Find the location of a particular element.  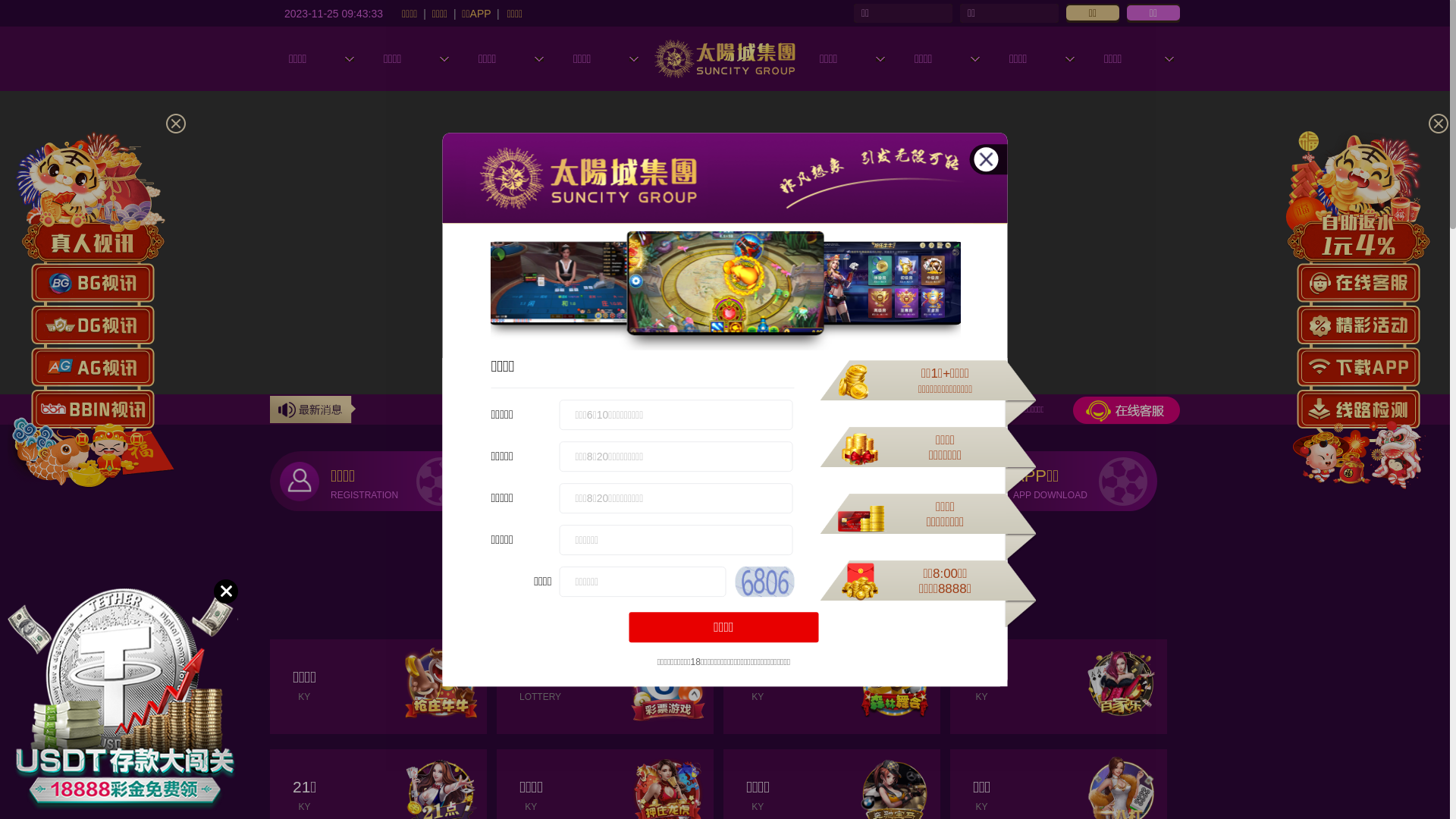

'2023-11-25 09:43:31' is located at coordinates (333, 12).